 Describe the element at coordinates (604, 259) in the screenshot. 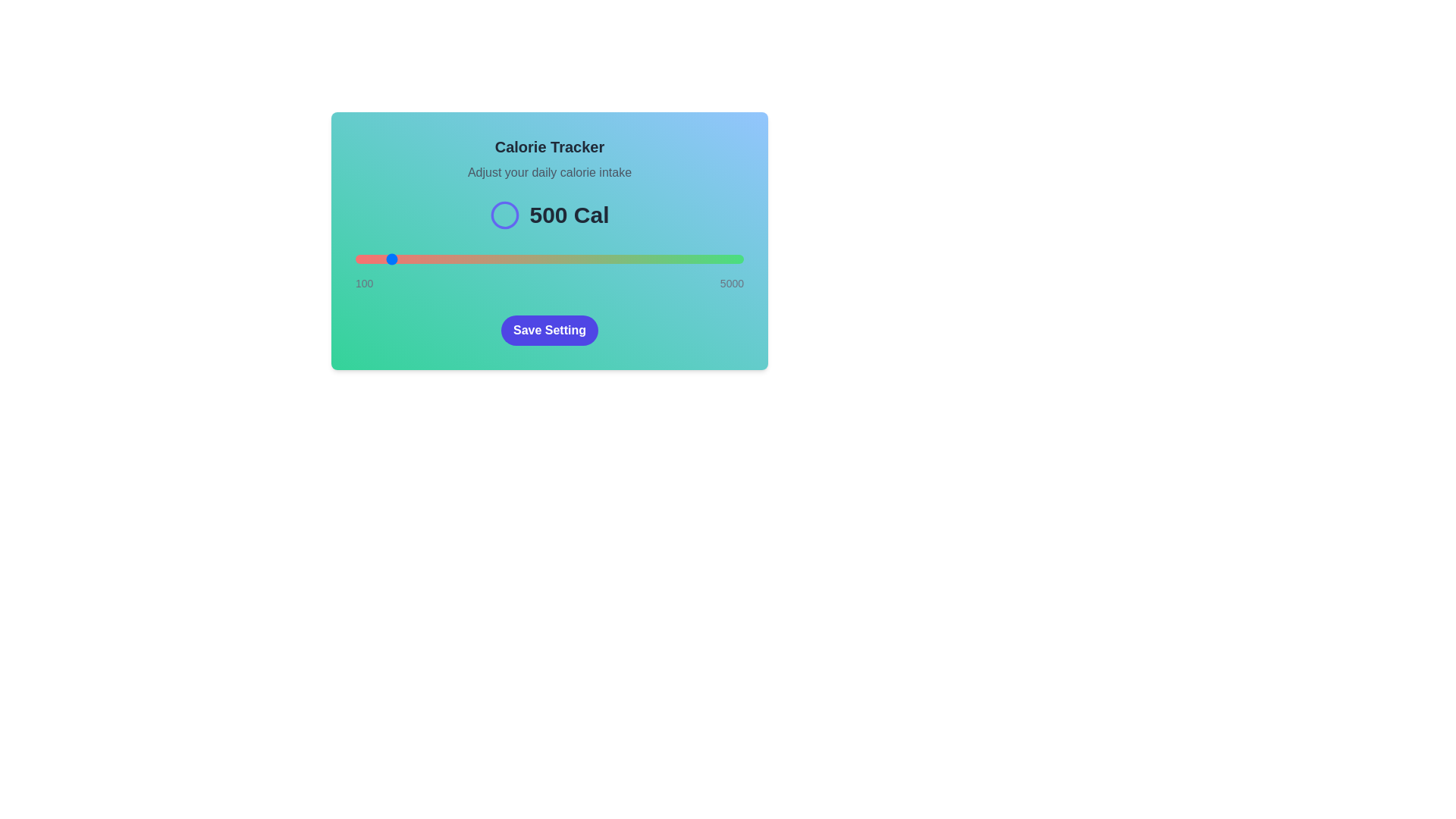

I see `the slider to 3254 calories to observe the color gradient` at that location.